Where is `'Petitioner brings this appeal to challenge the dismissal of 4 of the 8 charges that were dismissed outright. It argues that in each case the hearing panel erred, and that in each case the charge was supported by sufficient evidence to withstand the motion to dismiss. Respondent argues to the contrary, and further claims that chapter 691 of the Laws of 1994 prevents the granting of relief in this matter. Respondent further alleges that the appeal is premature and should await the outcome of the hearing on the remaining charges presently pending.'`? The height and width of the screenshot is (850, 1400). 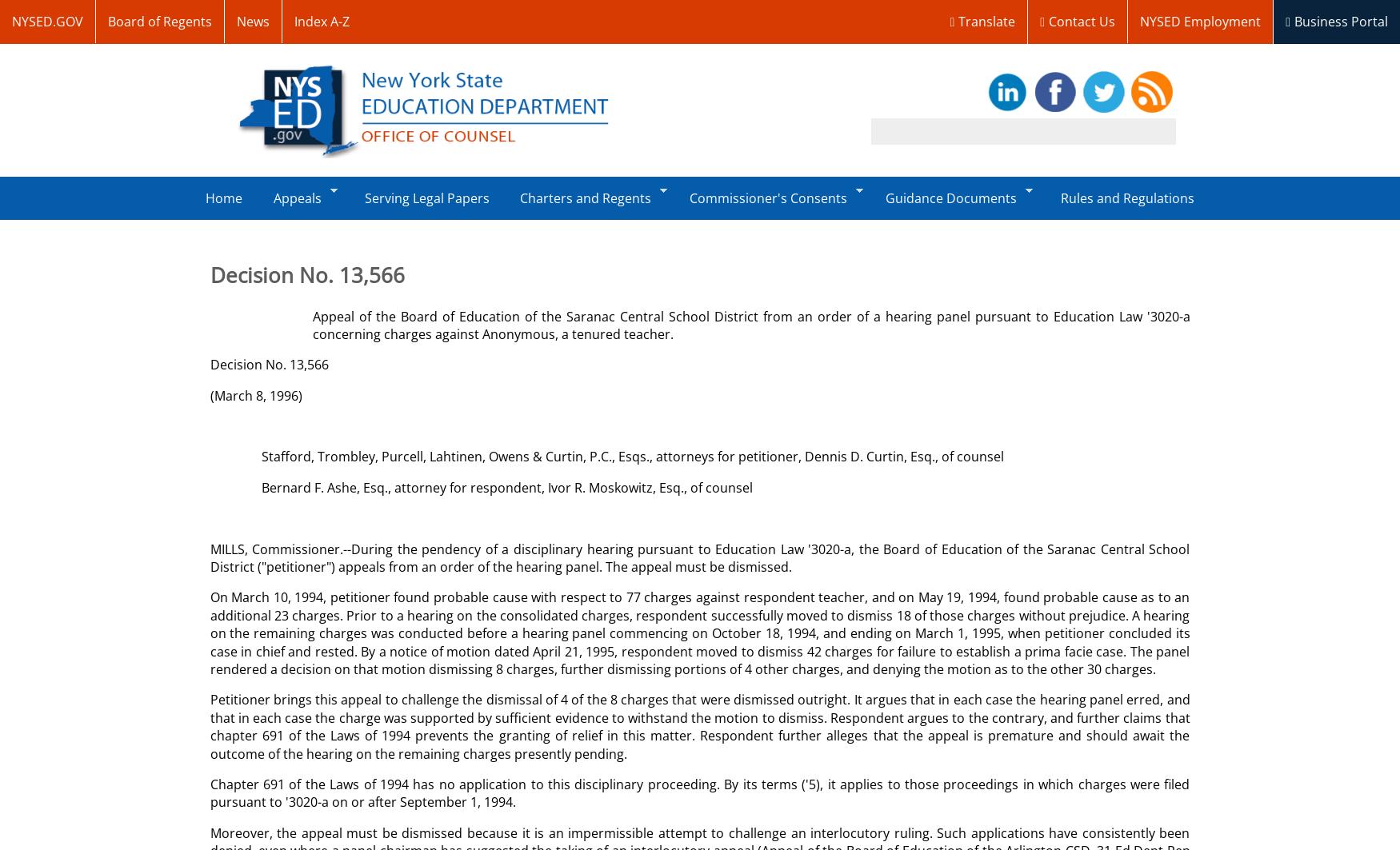
'Petitioner brings this appeal to challenge the dismissal of 4 of the 8 charges that were dismissed outright. It argues that in each case the hearing panel erred, and that in each case the charge was supported by sufficient evidence to withstand the motion to dismiss. Respondent argues to the contrary, and further claims that chapter 691 of the Laws of 1994 prevents the granting of relief in this matter. Respondent further alleges that the appeal is premature and should await the outcome of the hearing on the remaining charges presently pending.' is located at coordinates (699, 725).